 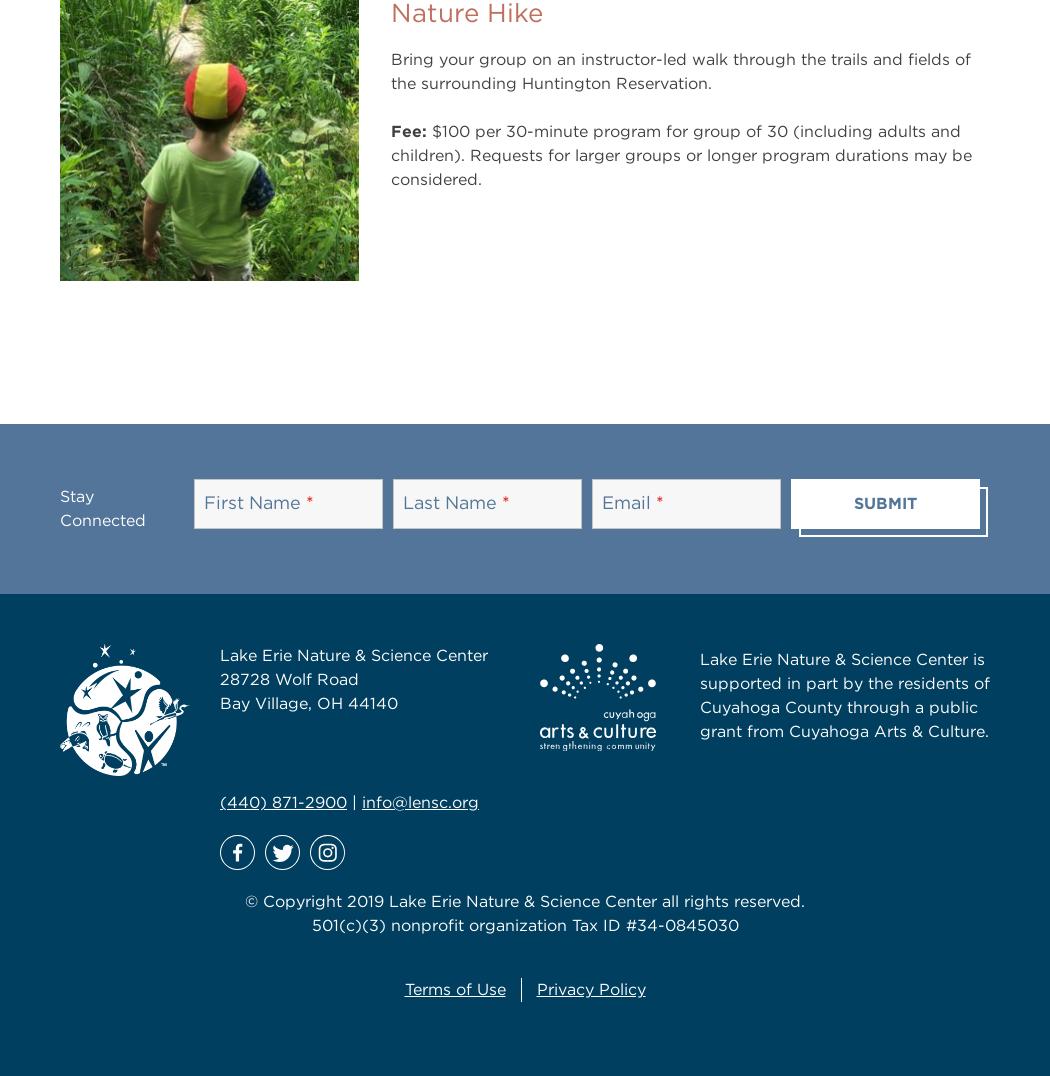 What do you see at coordinates (253, 501) in the screenshot?
I see `'First Name'` at bounding box center [253, 501].